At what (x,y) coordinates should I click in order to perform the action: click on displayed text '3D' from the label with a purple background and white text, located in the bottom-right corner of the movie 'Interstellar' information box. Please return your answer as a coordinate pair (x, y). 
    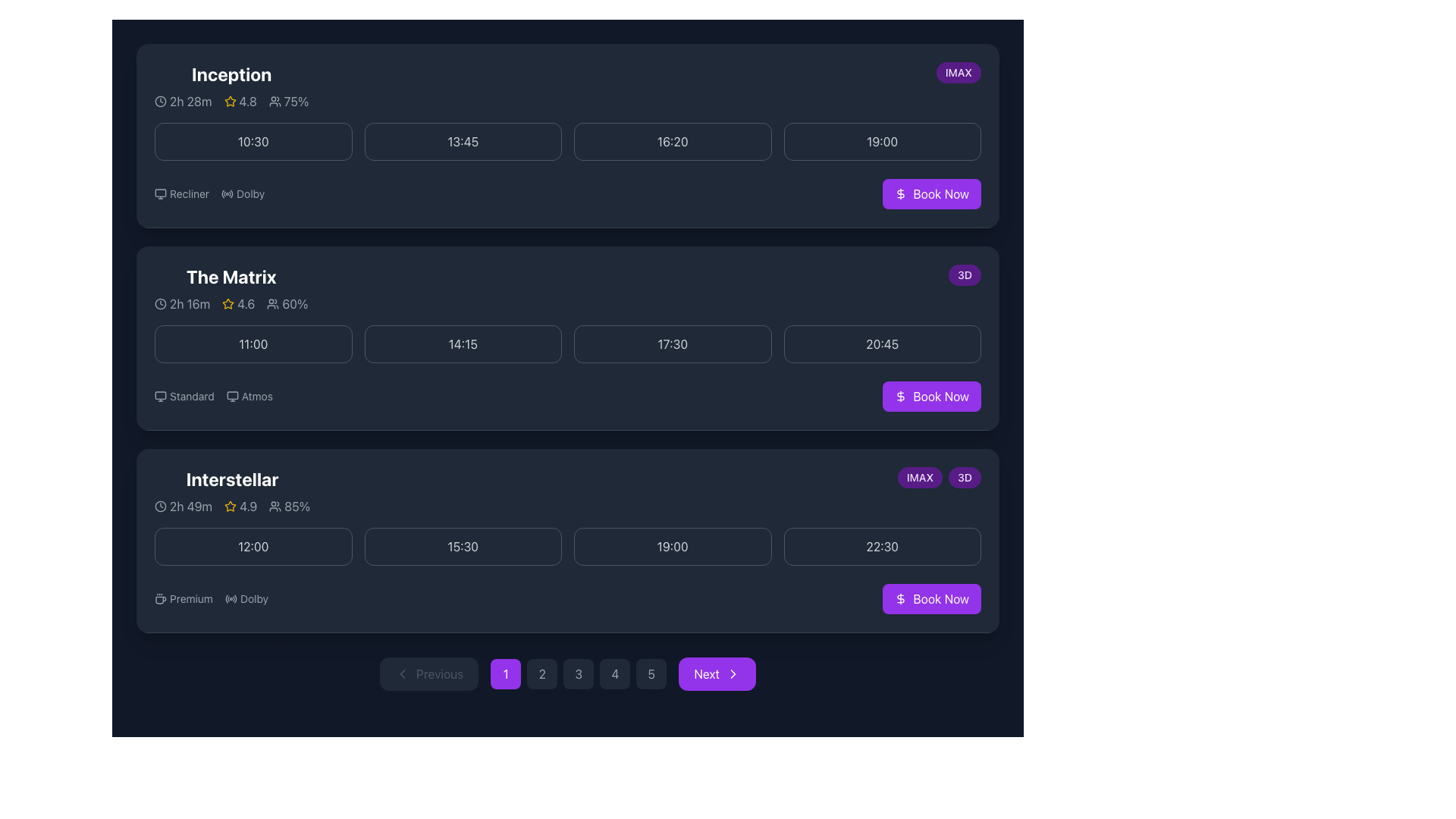
    Looking at the image, I should click on (964, 476).